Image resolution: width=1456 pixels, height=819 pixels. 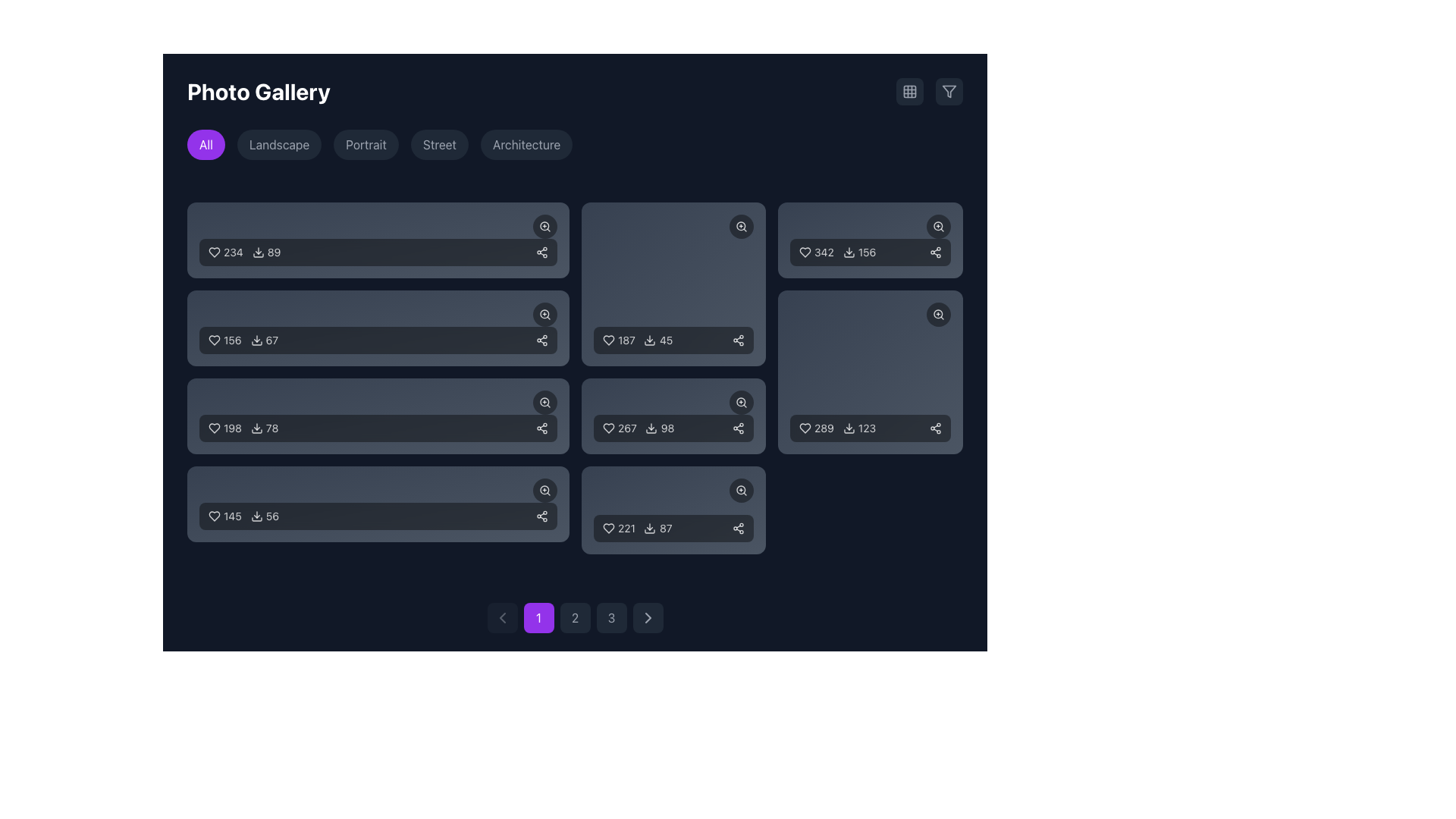 What do you see at coordinates (544, 314) in the screenshot?
I see `the icon button resembling a magnifying glass with a plus sign` at bounding box center [544, 314].